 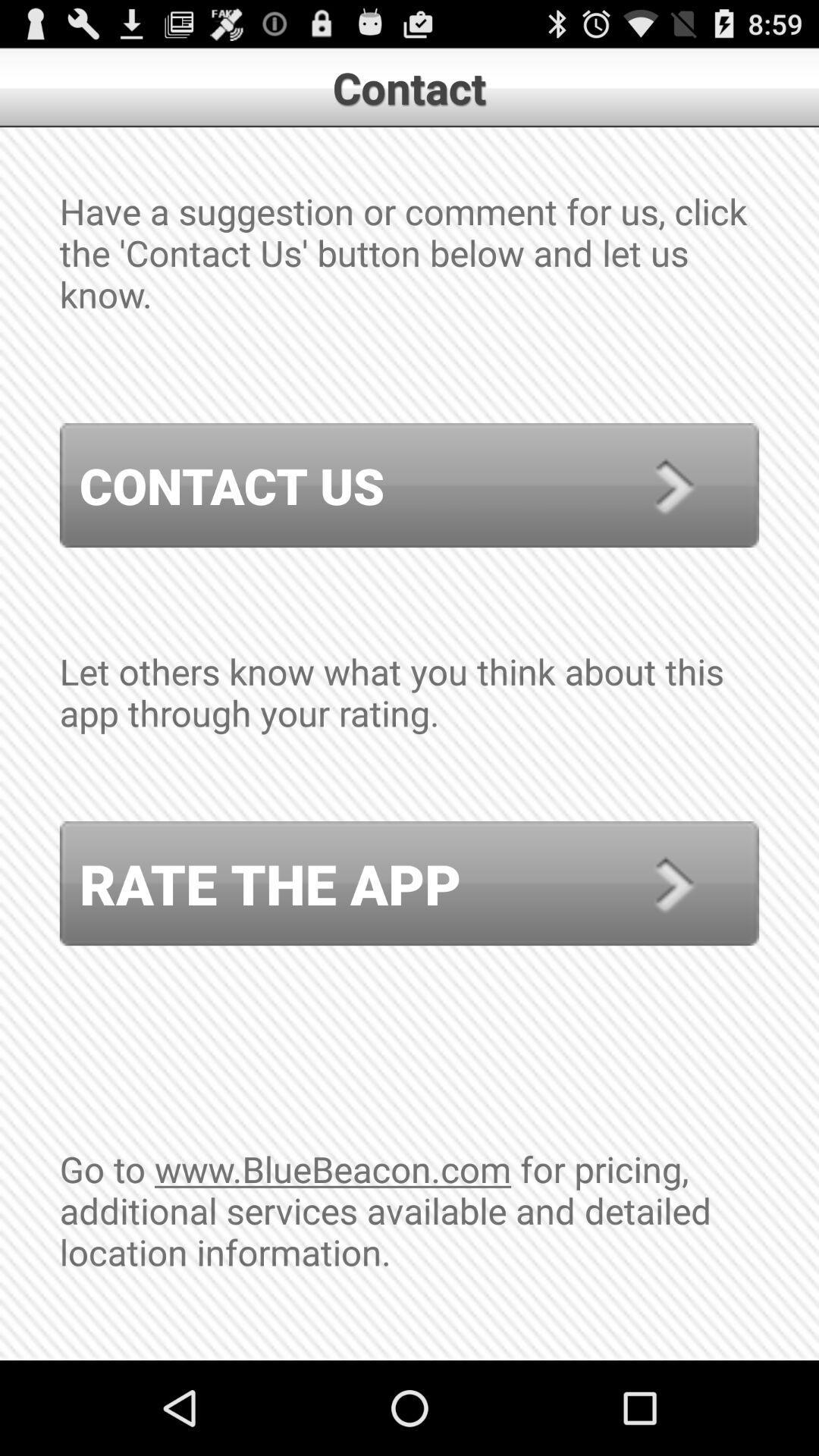 What do you see at coordinates (409, 883) in the screenshot?
I see `the rate the app icon` at bounding box center [409, 883].